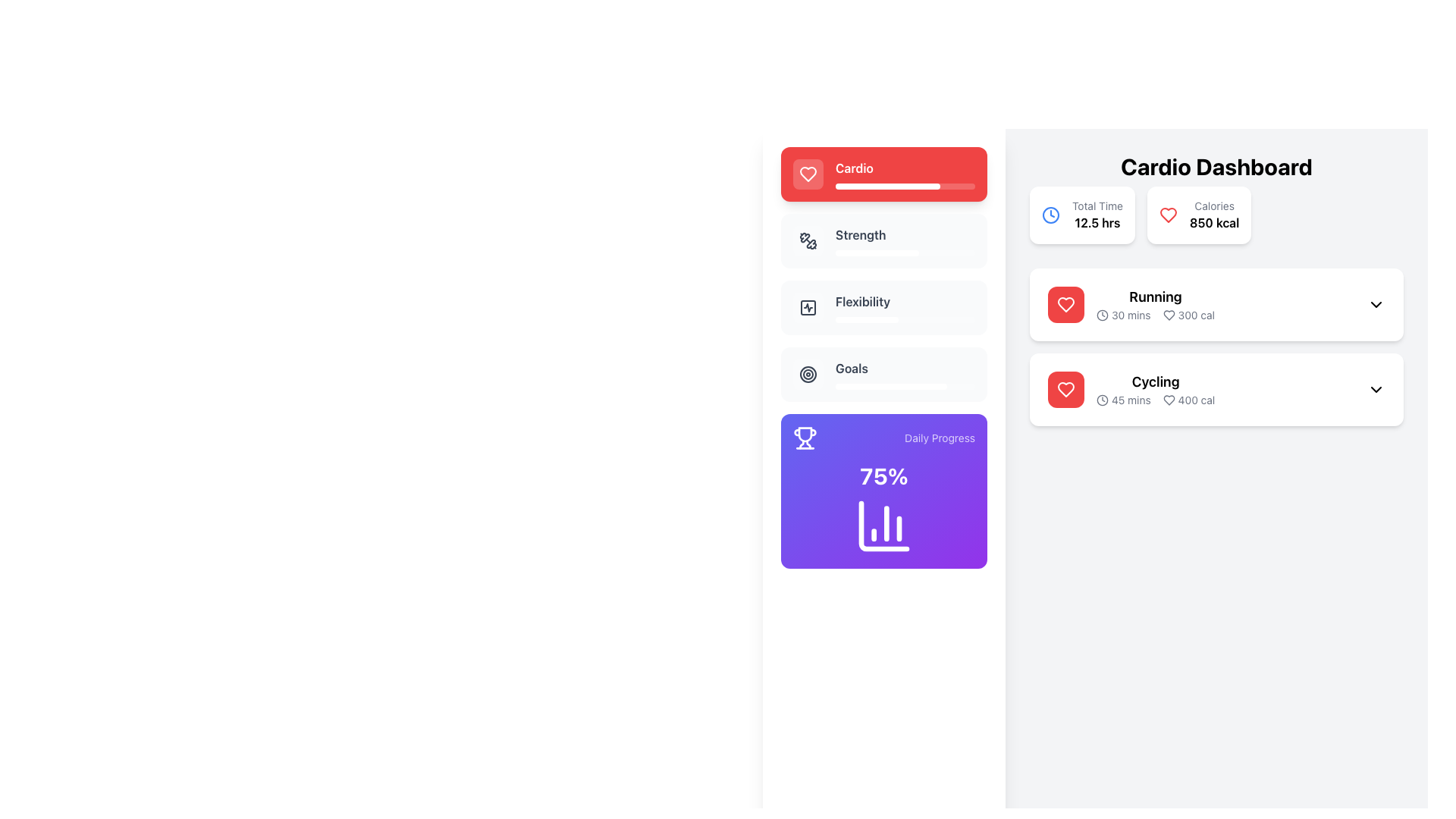  What do you see at coordinates (1188, 315) in the screenshot?
I see `the Text with icon indicating caloric expenditure for the 'Running' activity in the Cardio Dashboard section, located to the right of the '30 mins' text` at bounding box center [1188, 315].